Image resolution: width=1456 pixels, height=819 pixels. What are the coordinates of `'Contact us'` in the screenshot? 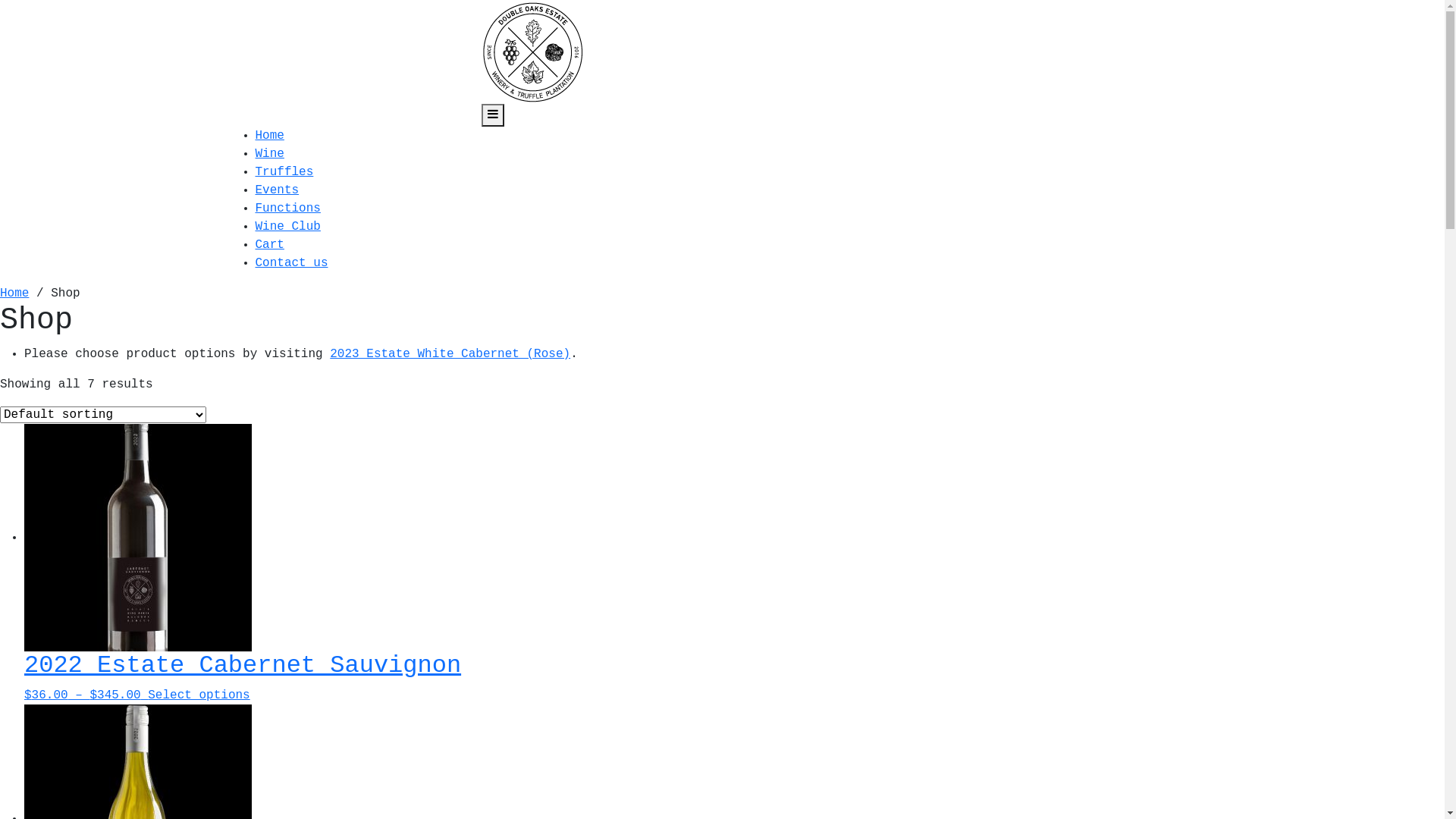 It's located at (255, 262).